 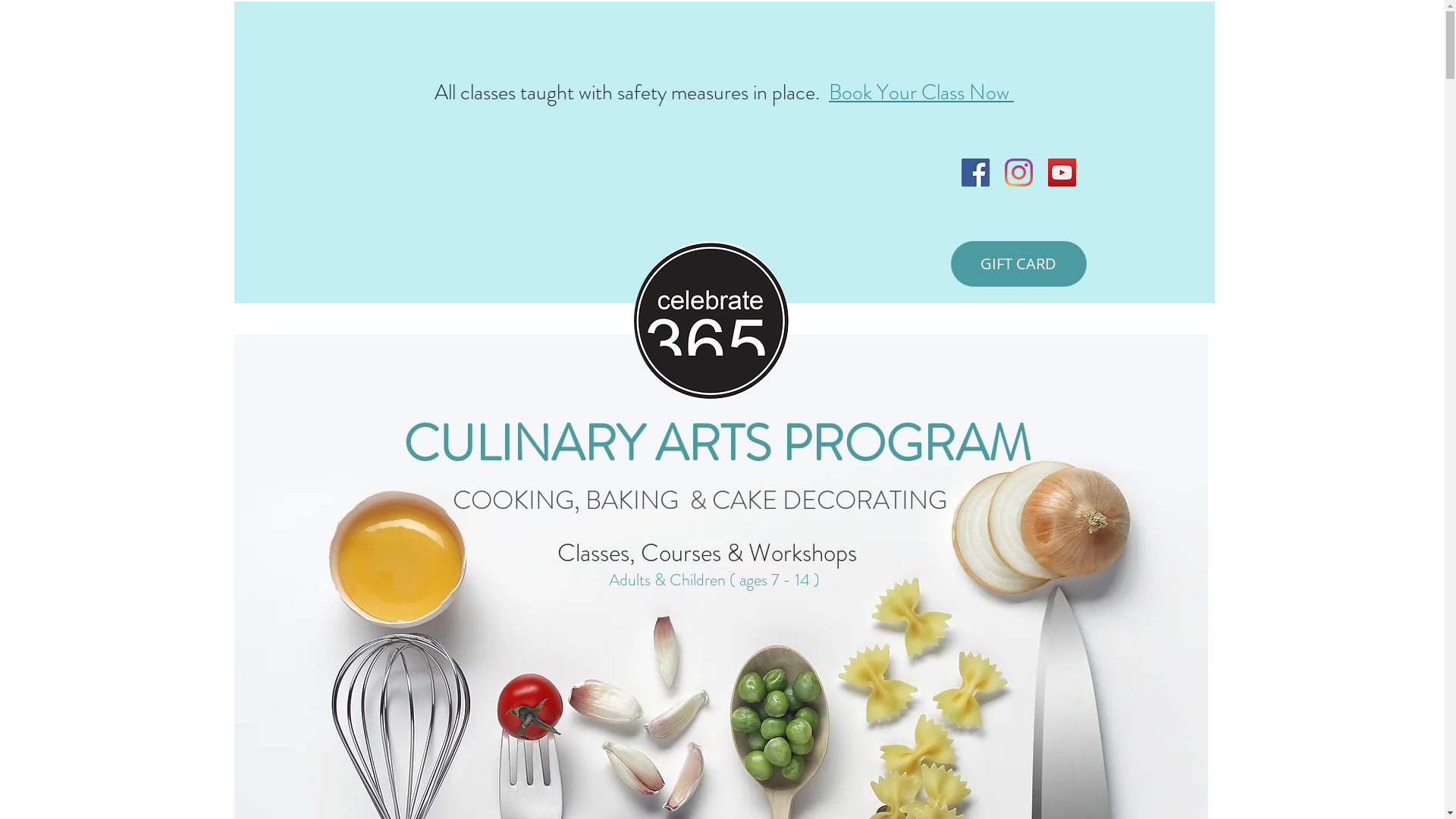 What do you see at coordinates (722, 14) in the screenshot?
I see `'Conversion Popup'` at bounding box center [722, 14].